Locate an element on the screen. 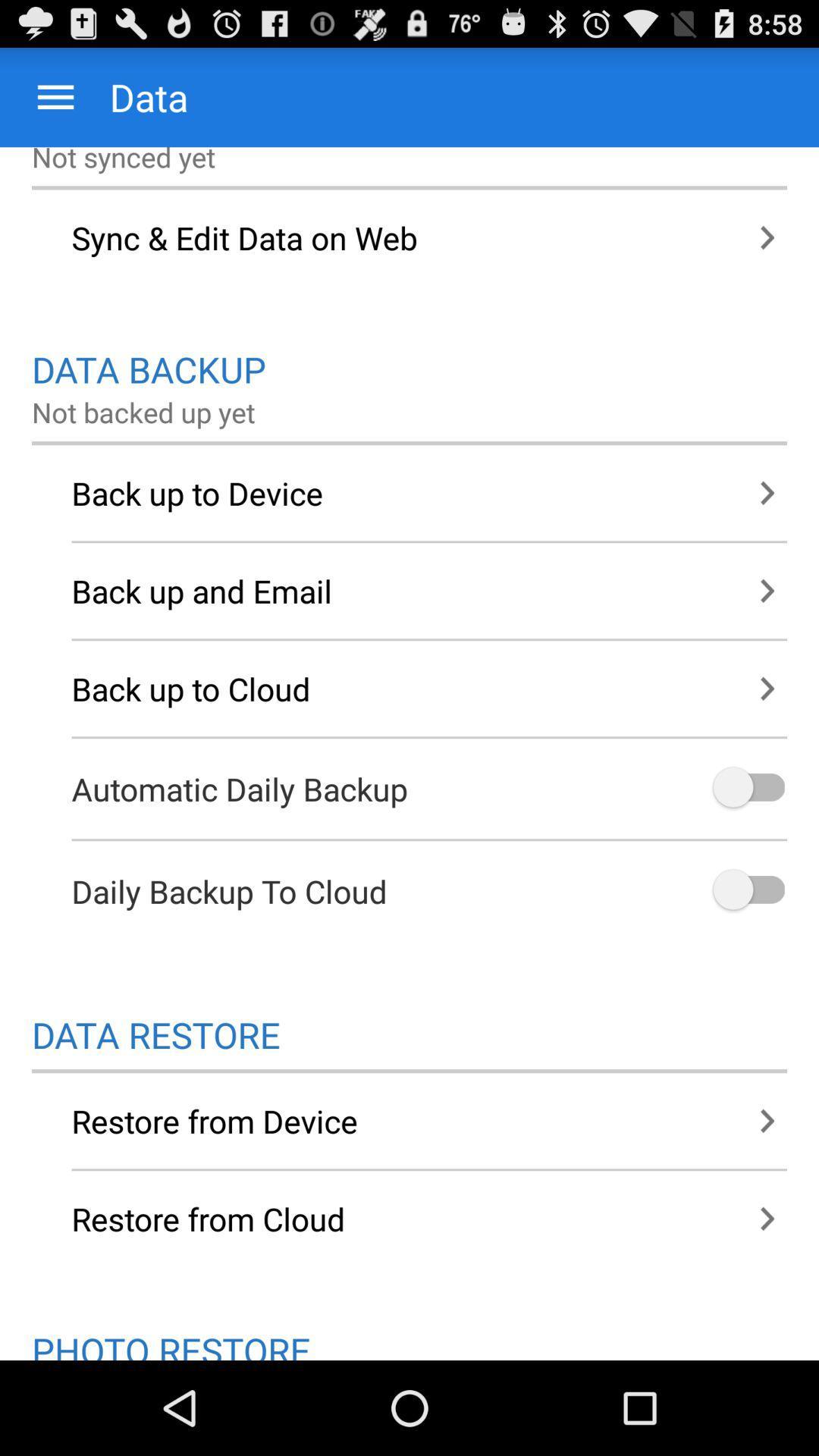 Image resolution: width=819 pixels, height=1456 pixels. options is located at coordinates (746, 891).